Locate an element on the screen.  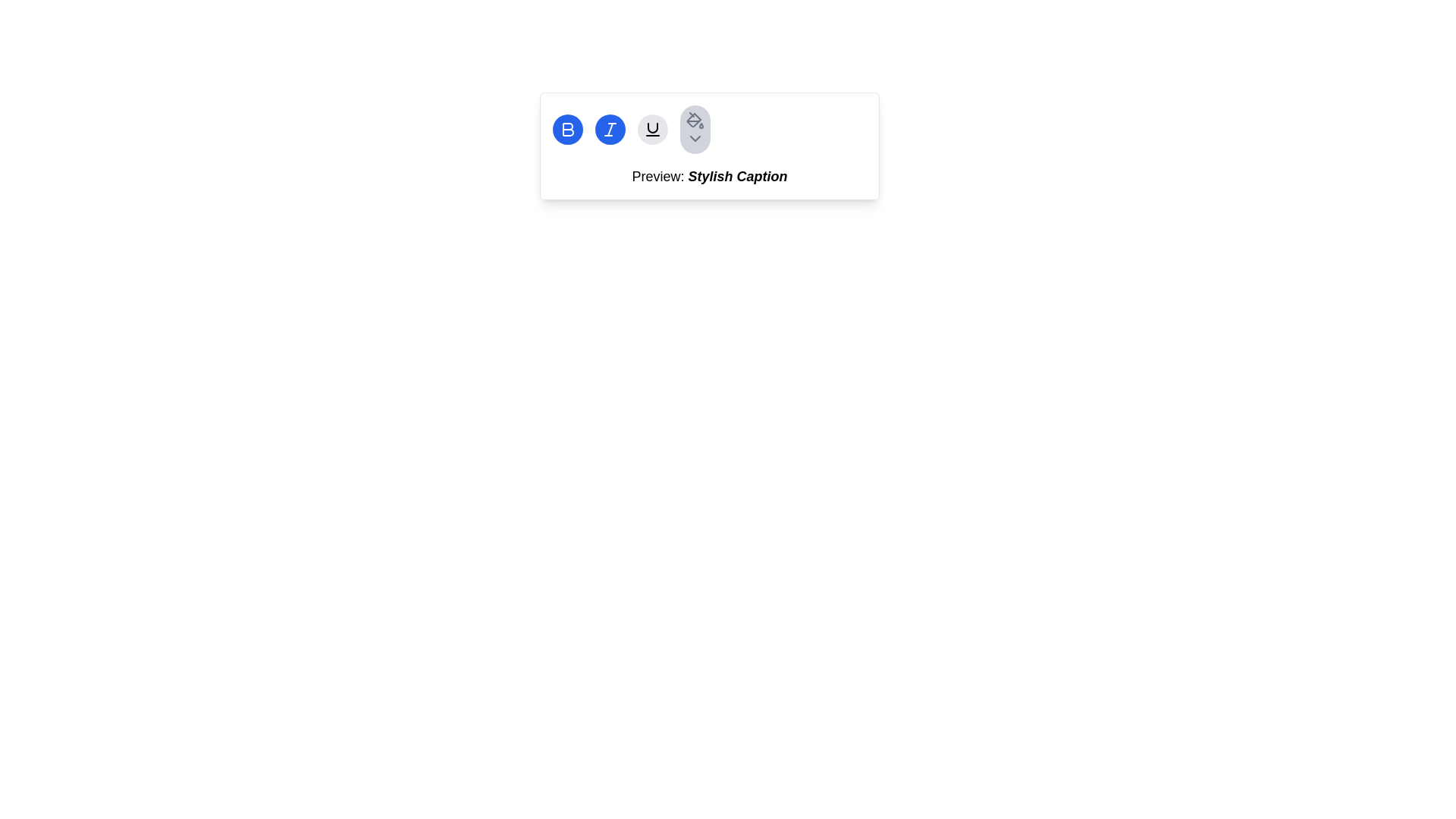
the circular bold button with a blue background and a white 'B' at its center to apply the bold style is located at coordinates (566, 128).